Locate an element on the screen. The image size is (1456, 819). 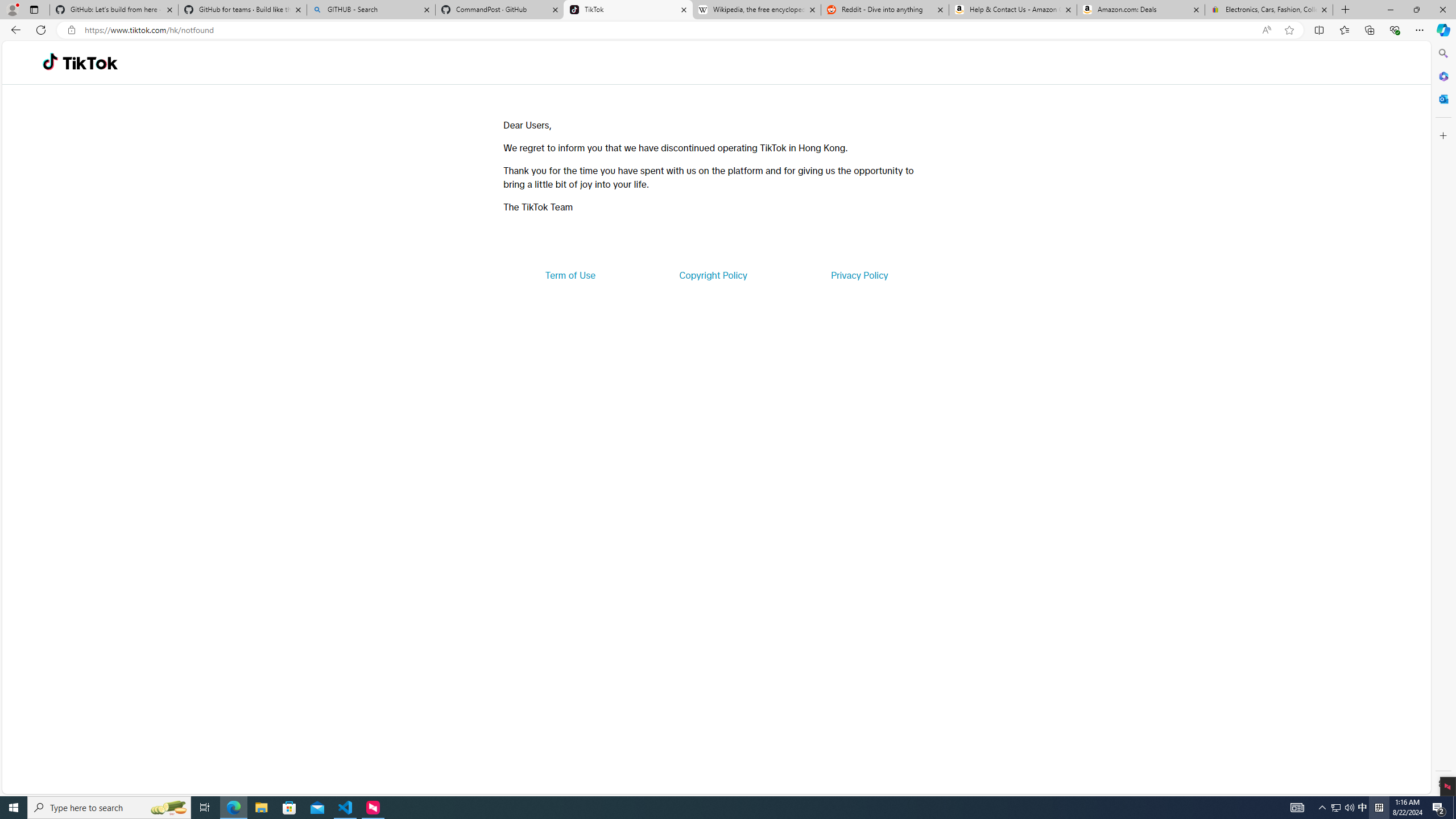
'Term of Use' is located at coordinates (570, 274).